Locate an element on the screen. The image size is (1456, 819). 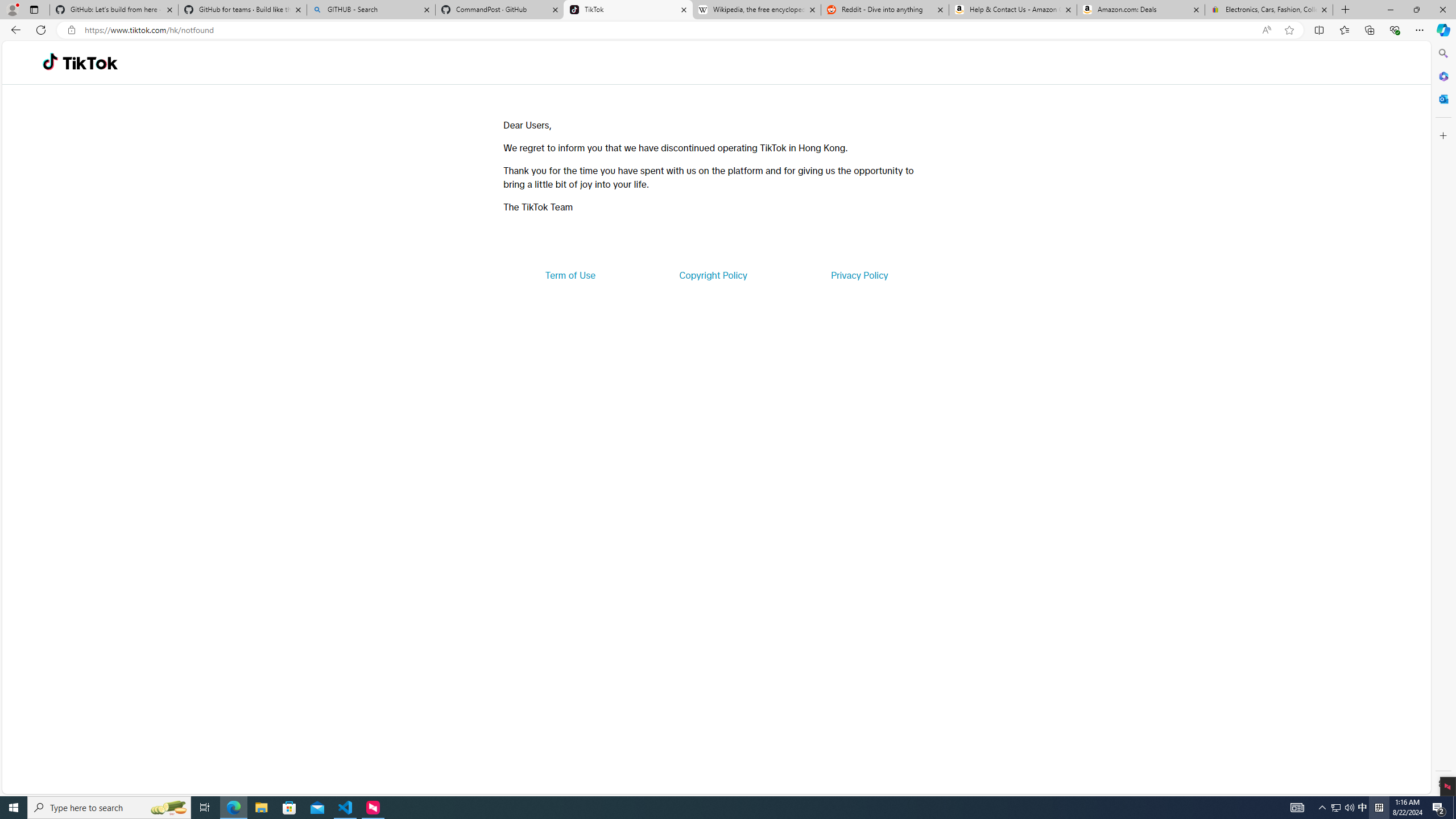
'Term of Use' is located at coordinates (570, 274).